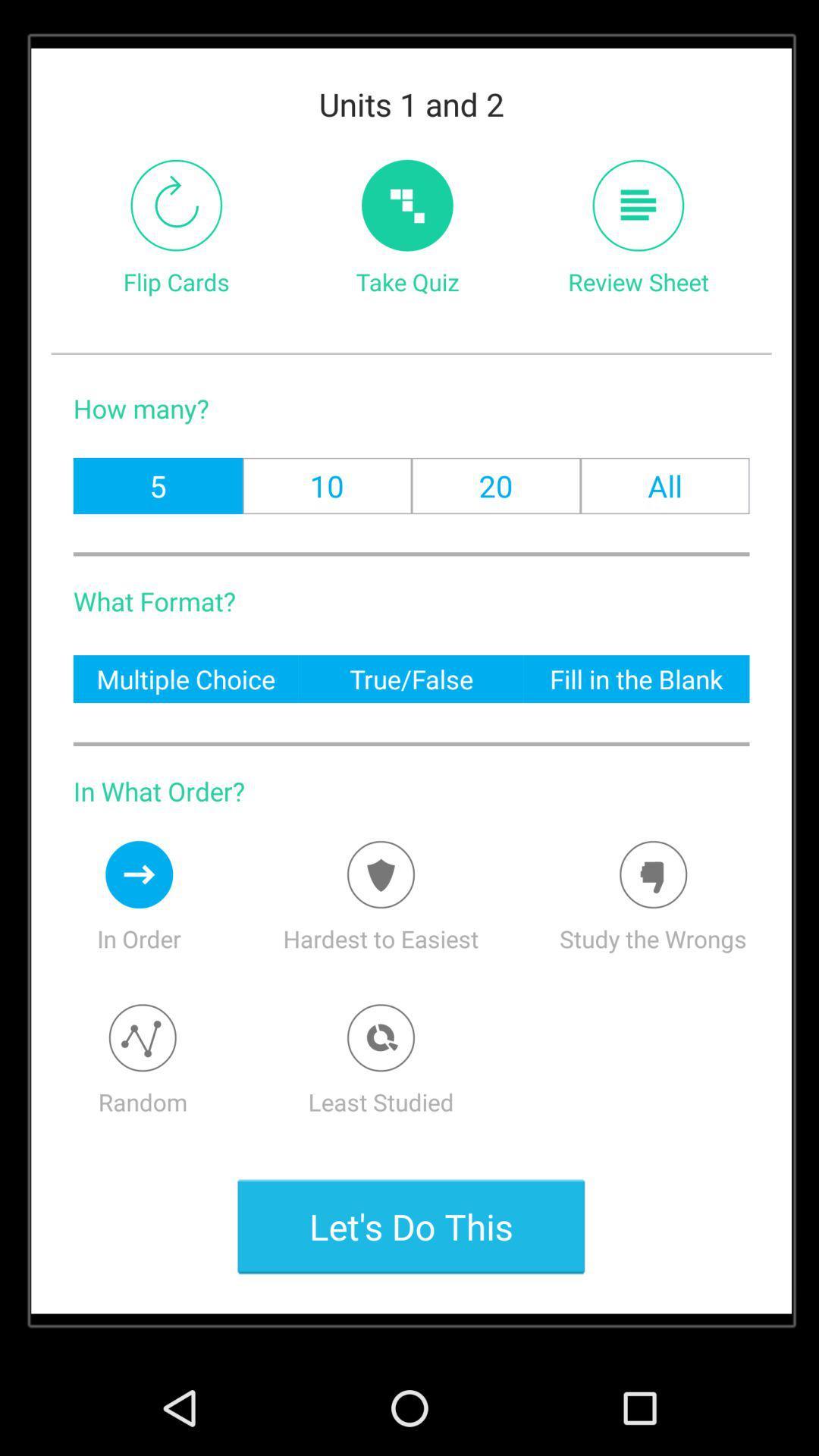 The height and width of the screenshot is (1456, 819). Describe the element at coordinates (638, 219) in the screenshot. I see `the menu icon` at that location.